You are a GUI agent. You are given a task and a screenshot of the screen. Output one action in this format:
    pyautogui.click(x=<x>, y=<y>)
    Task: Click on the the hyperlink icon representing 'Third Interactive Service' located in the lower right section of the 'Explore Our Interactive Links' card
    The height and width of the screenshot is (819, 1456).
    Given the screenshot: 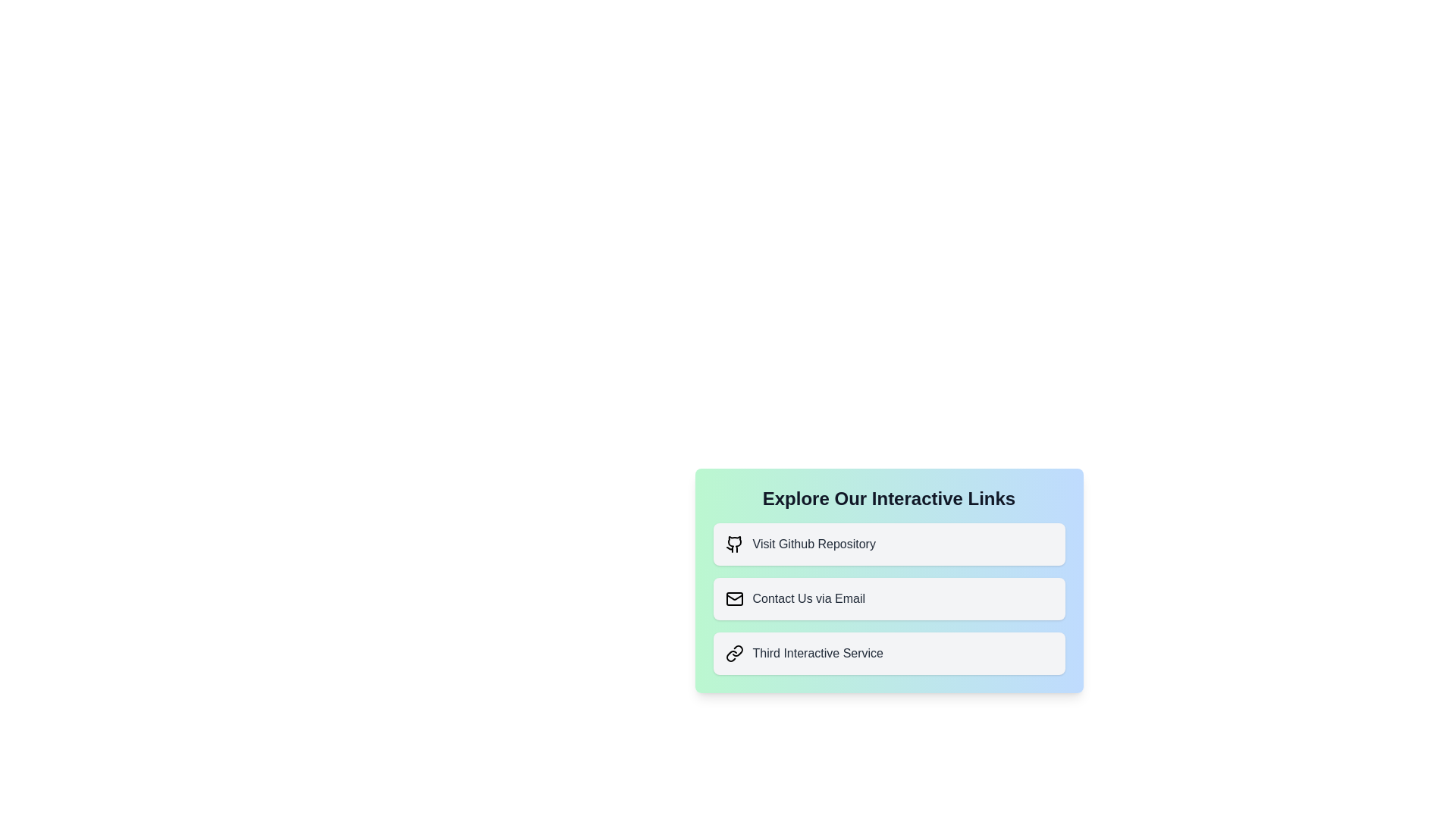 What is the action you would take?
    pyautogui.click(x=734, y=652)
    